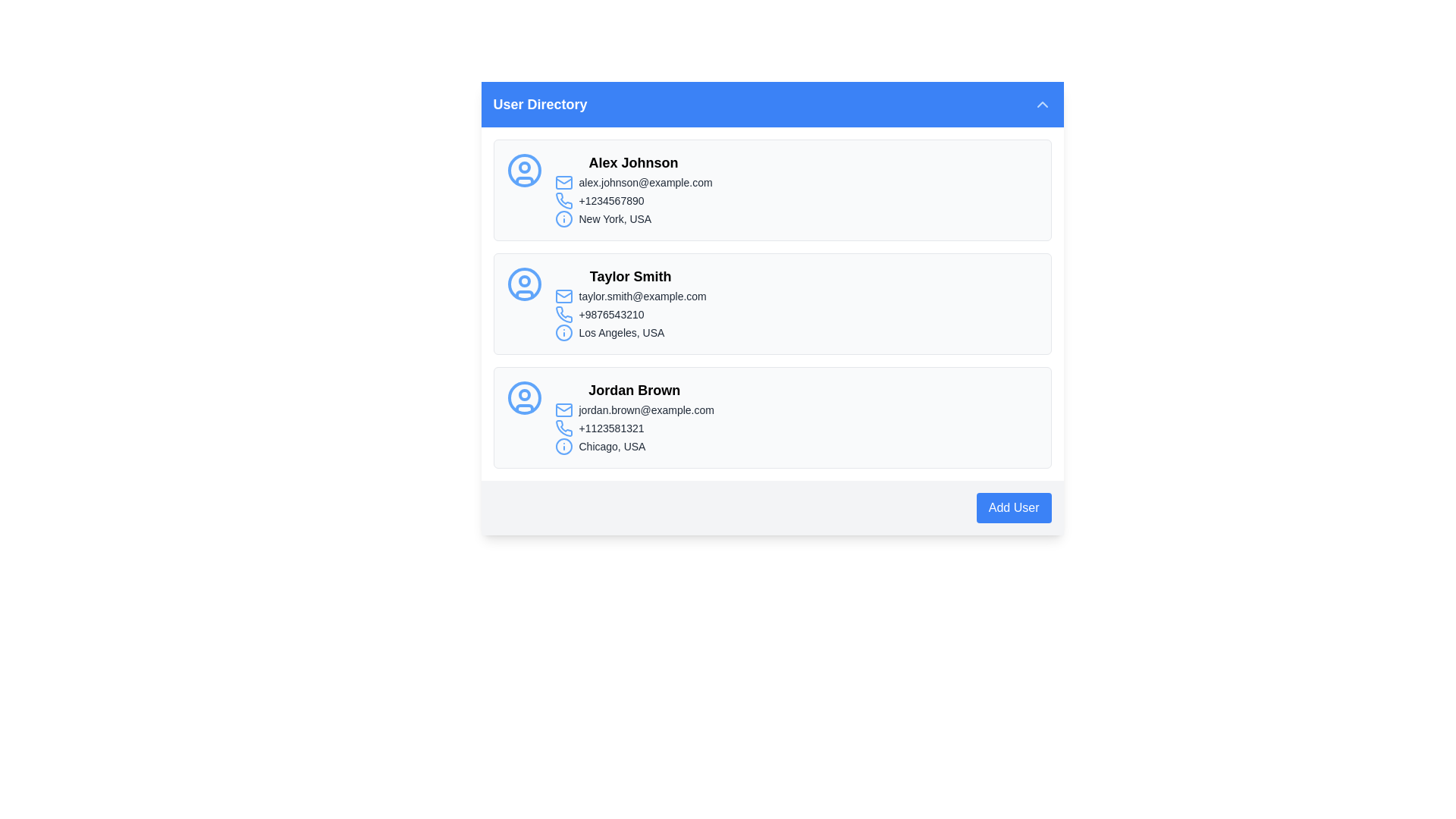 The image size is (1456, 819). I want to click on the text 'Chicago, USA' with the information icon next to it, located in the bottom row of Jordan Brown's user card, so click(634, 446).